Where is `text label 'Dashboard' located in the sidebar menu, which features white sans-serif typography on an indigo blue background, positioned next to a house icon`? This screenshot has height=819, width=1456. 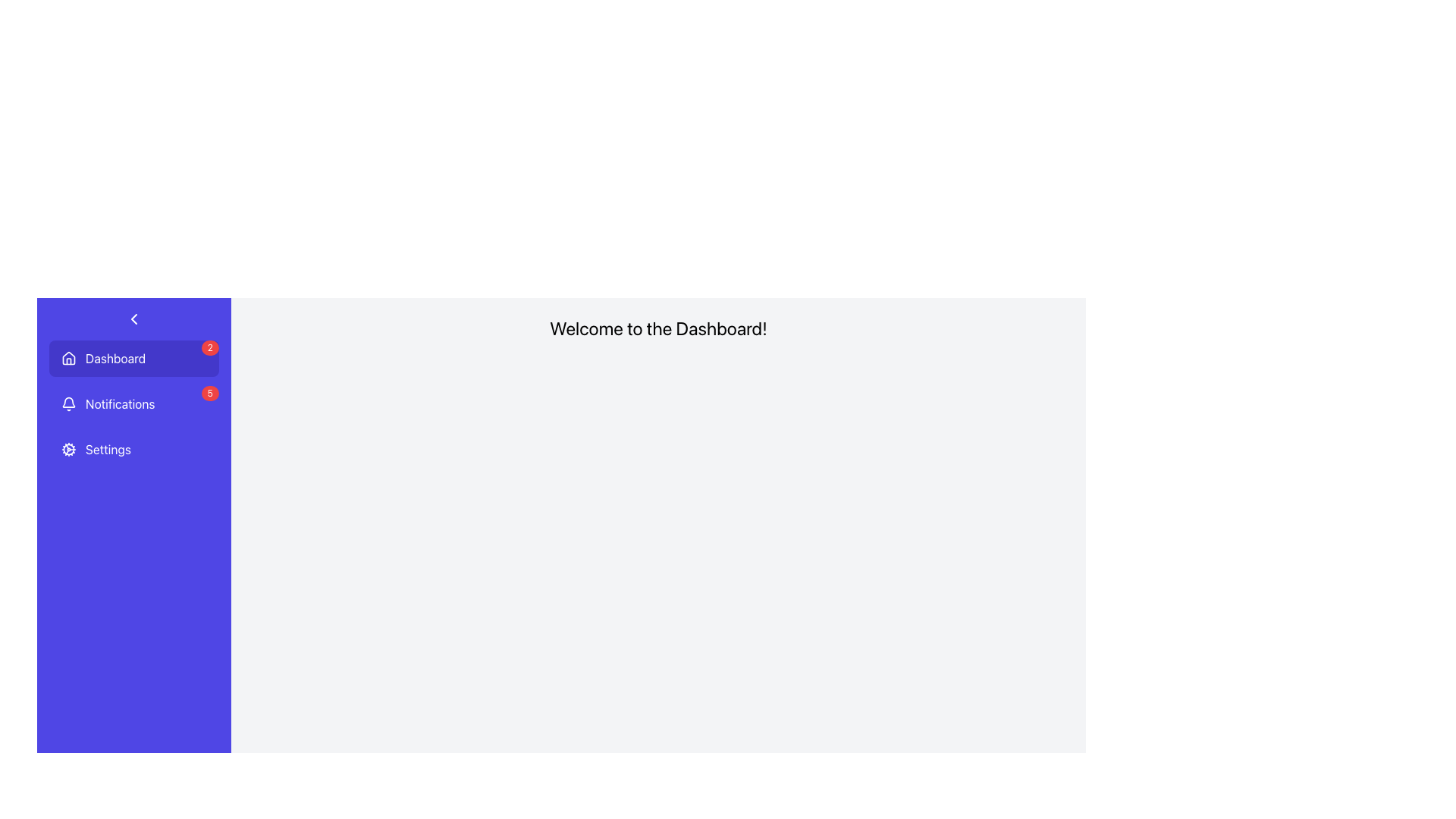
text label 'Dashboard' located in the sidebar menu, which features white sans-serif typography on an indigo blue background, positioned next to a house icon is located at coordinates (115, 359).